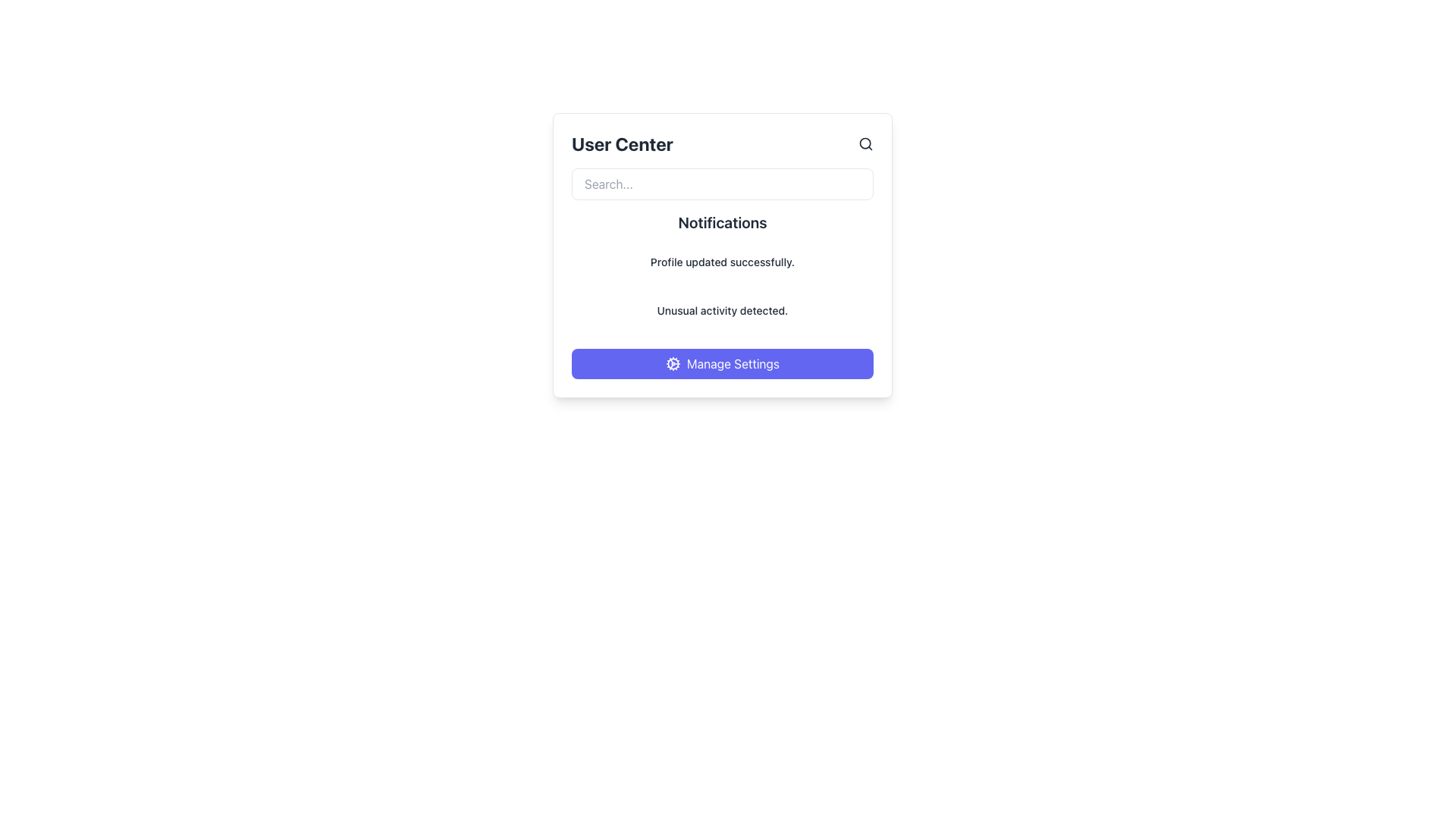 The image size is (1456, 819). Describe the element at coordinates (865, 143) in the screenshot. I see `the inner circular shape of the search icon located at the top right corner of the 'User Center' modal interface` at that location.